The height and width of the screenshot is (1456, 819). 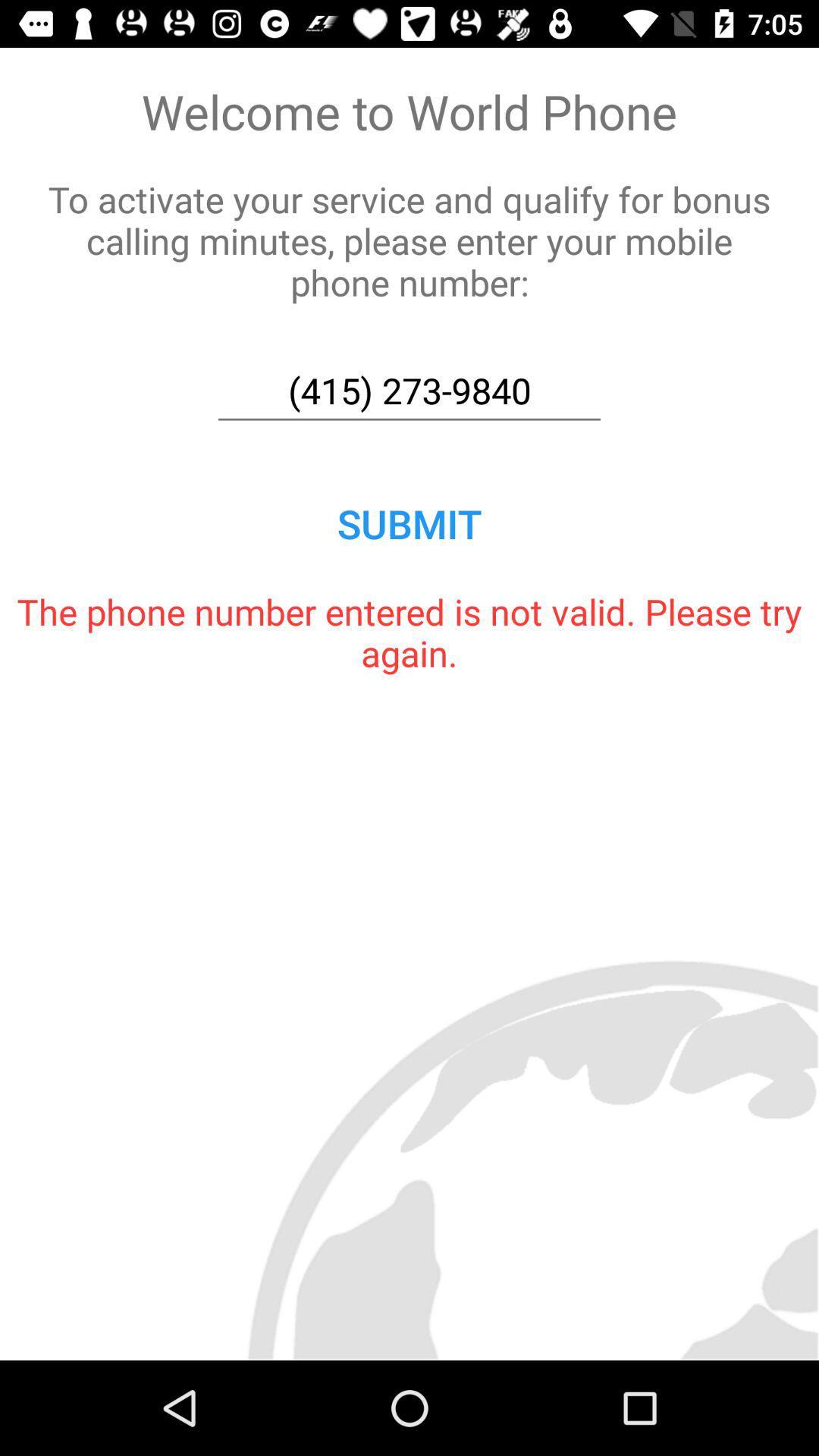 I want to click on the icon above the phone number icon, so click(x=409, y=523).